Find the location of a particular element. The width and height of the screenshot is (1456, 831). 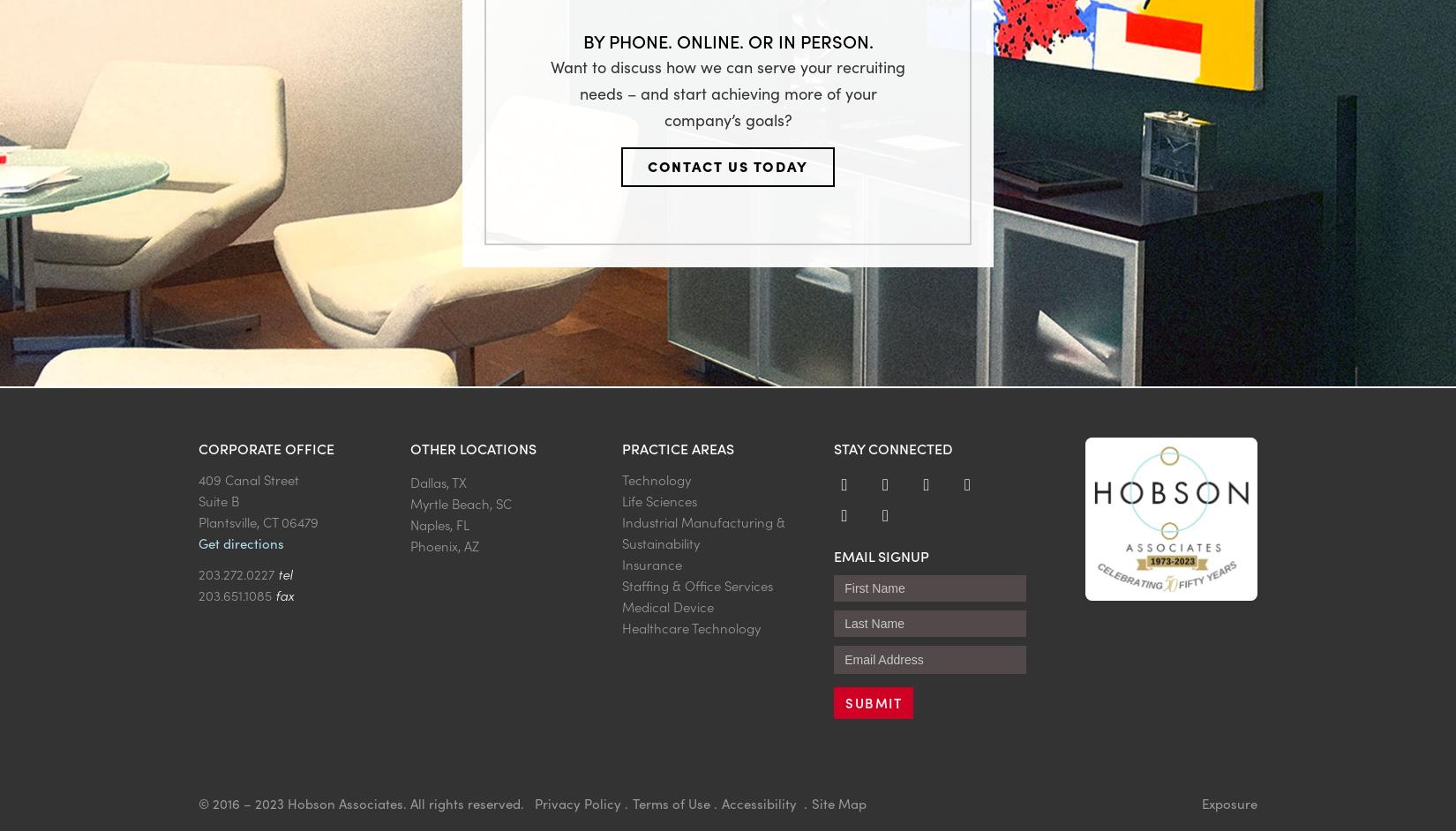

'Accessibility' is located at coordinates (760, 801).